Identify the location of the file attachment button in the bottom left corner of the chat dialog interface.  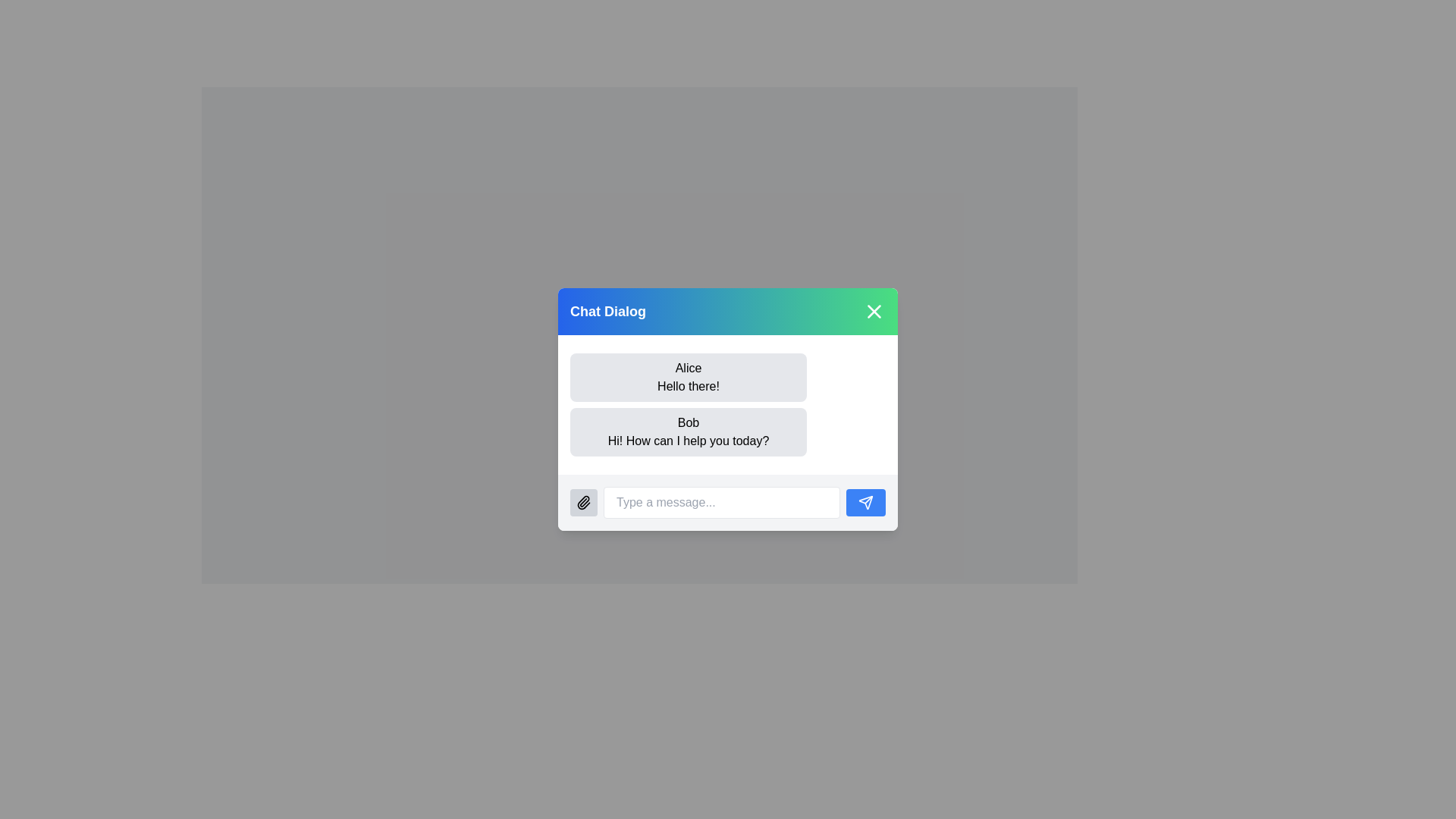
(582, 503).